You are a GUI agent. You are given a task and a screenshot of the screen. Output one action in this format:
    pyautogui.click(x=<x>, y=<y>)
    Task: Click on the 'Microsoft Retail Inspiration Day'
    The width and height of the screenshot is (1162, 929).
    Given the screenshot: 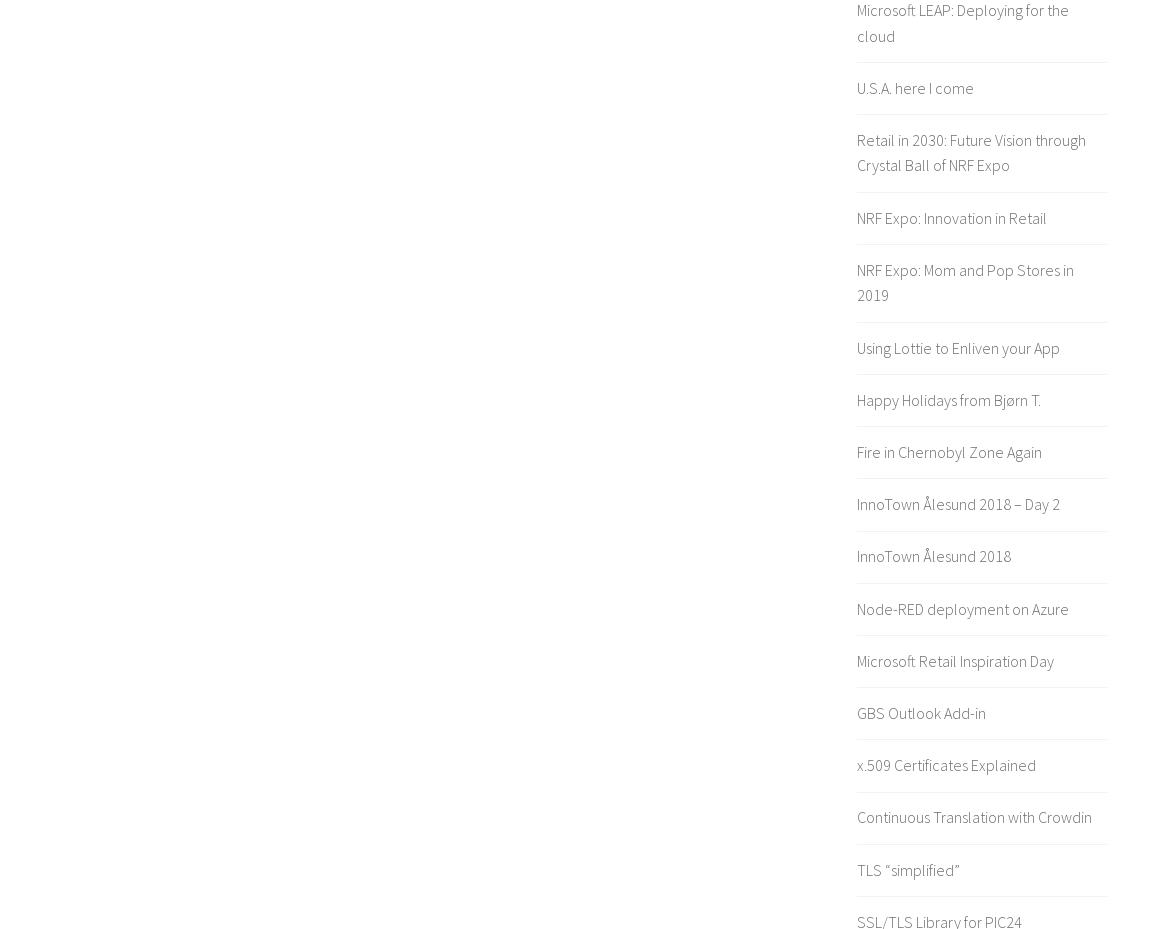 What is the action you would take?
    pyautogui.click(x=954, y=659)
    